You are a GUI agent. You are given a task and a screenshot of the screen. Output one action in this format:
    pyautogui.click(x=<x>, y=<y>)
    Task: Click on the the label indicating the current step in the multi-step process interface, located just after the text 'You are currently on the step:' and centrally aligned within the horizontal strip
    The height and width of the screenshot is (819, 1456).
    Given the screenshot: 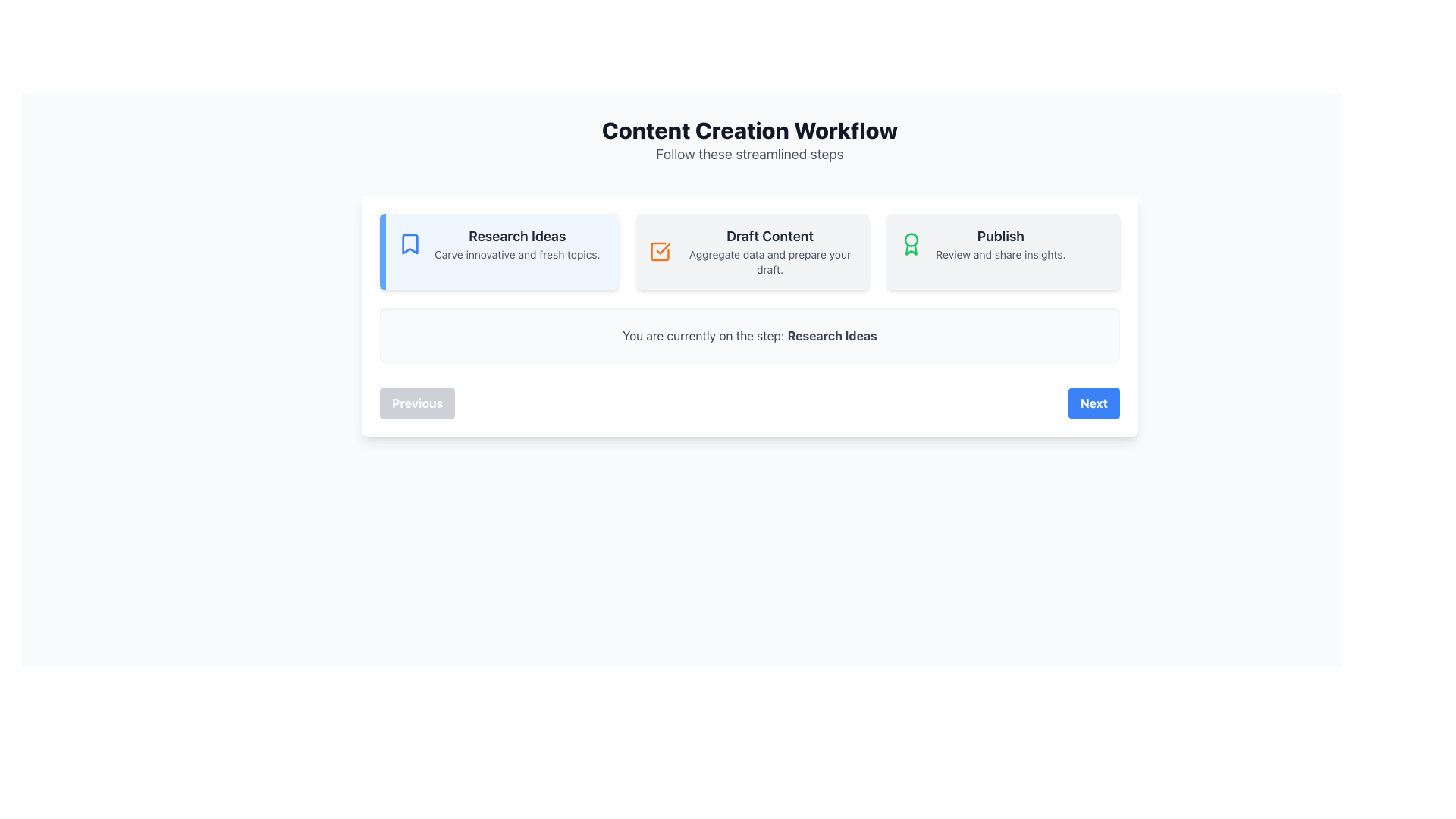 What is the action you would take?
    pyautogui.click(x=831, y=335)
    